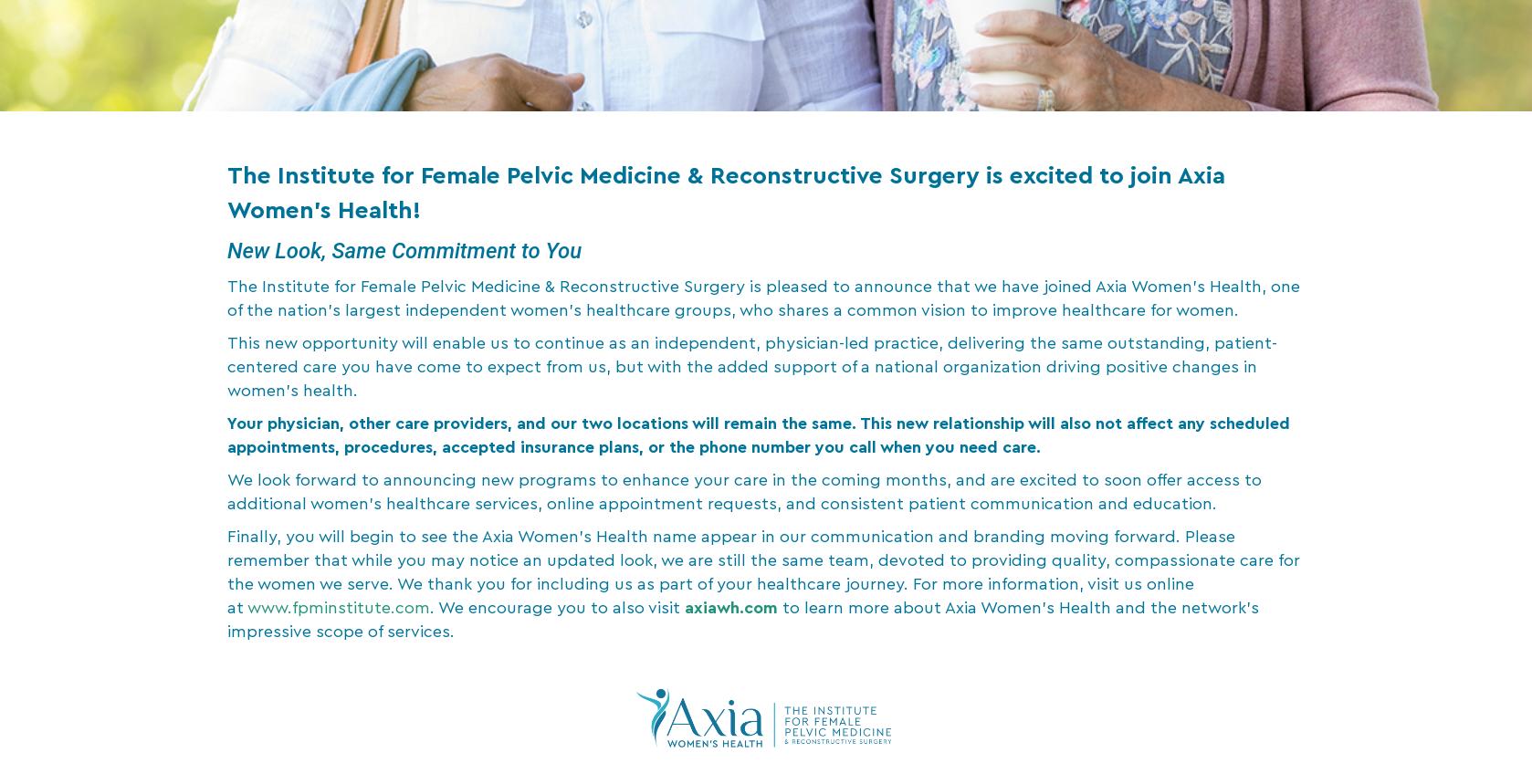 The width and height of the screenshot is (1532, 784). Describe the element at coordinates (757, 433) in the screenshot. I see `'Your physician, other care providers, and our two locations will remain the same. This new relationship will also not affect any scheduled appointments, procedures, accepted insurance plans, or the phone number you call when you need care.'` at that location.